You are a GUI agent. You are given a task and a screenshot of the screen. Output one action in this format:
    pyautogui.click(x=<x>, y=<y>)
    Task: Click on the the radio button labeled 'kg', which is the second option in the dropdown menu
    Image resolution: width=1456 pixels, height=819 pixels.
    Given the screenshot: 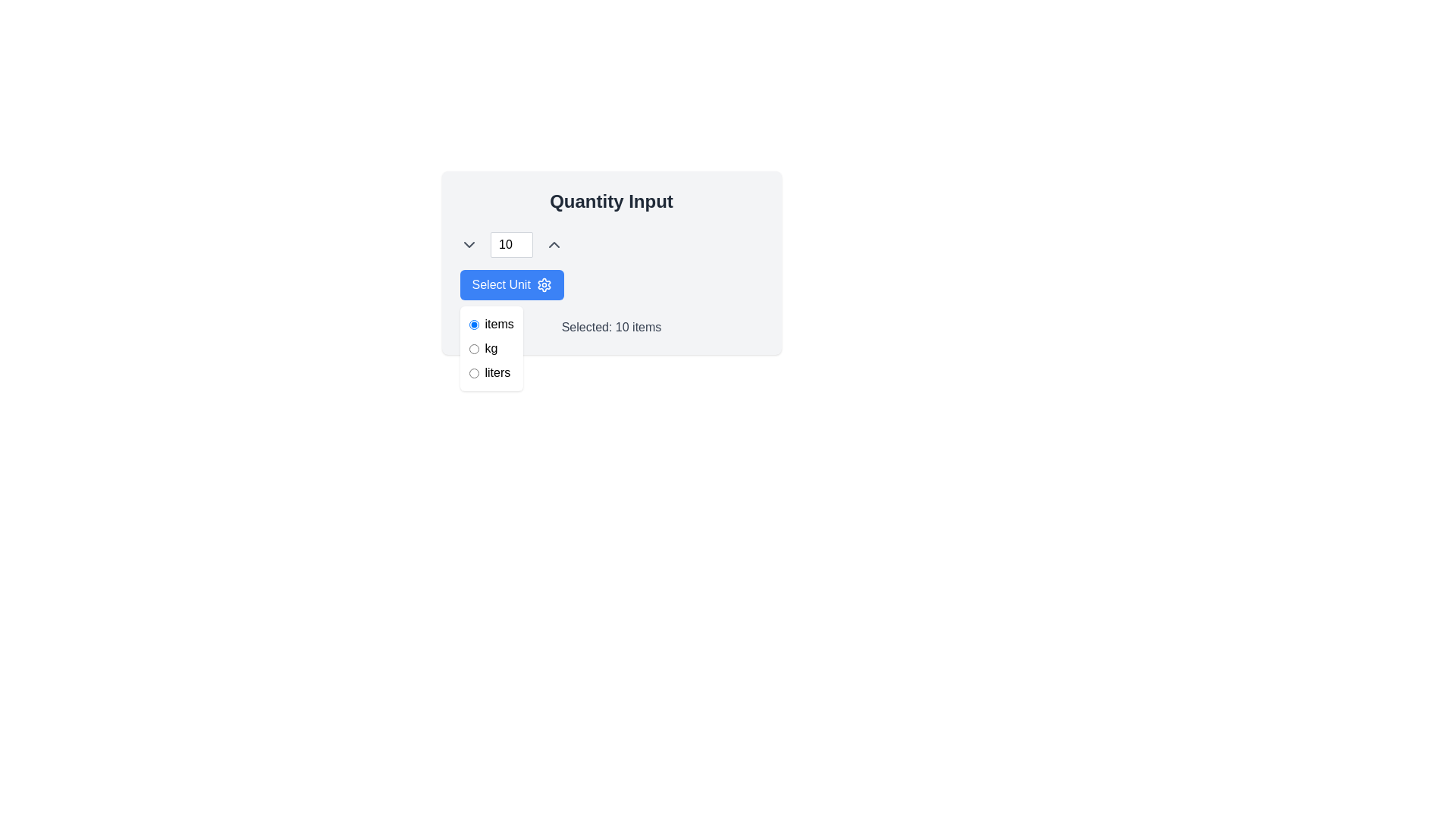 What is the action you would take?
    pyautogui.click(x=491, y=348)
    